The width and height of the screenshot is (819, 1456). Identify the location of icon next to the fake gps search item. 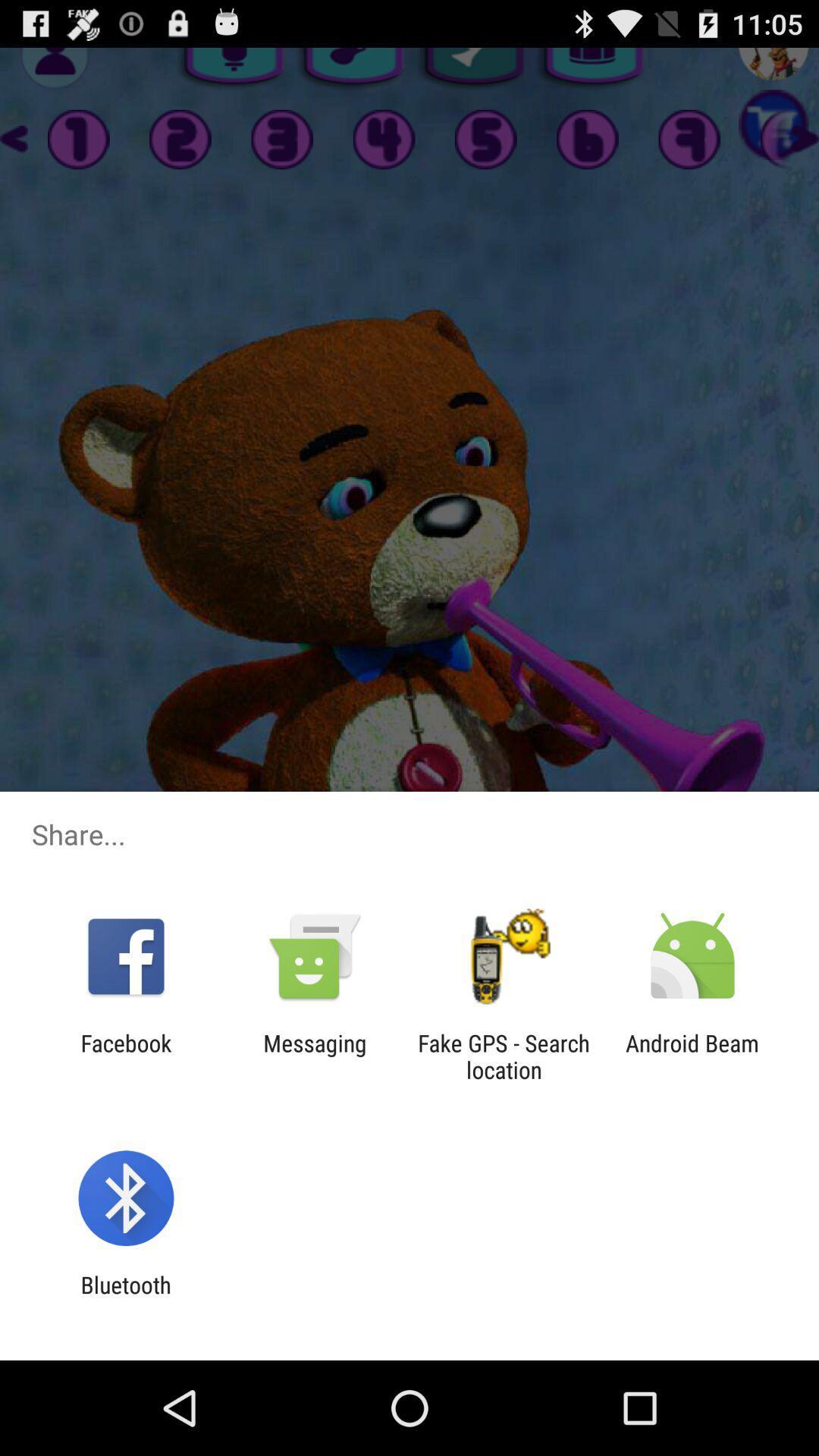
(314, 1056).